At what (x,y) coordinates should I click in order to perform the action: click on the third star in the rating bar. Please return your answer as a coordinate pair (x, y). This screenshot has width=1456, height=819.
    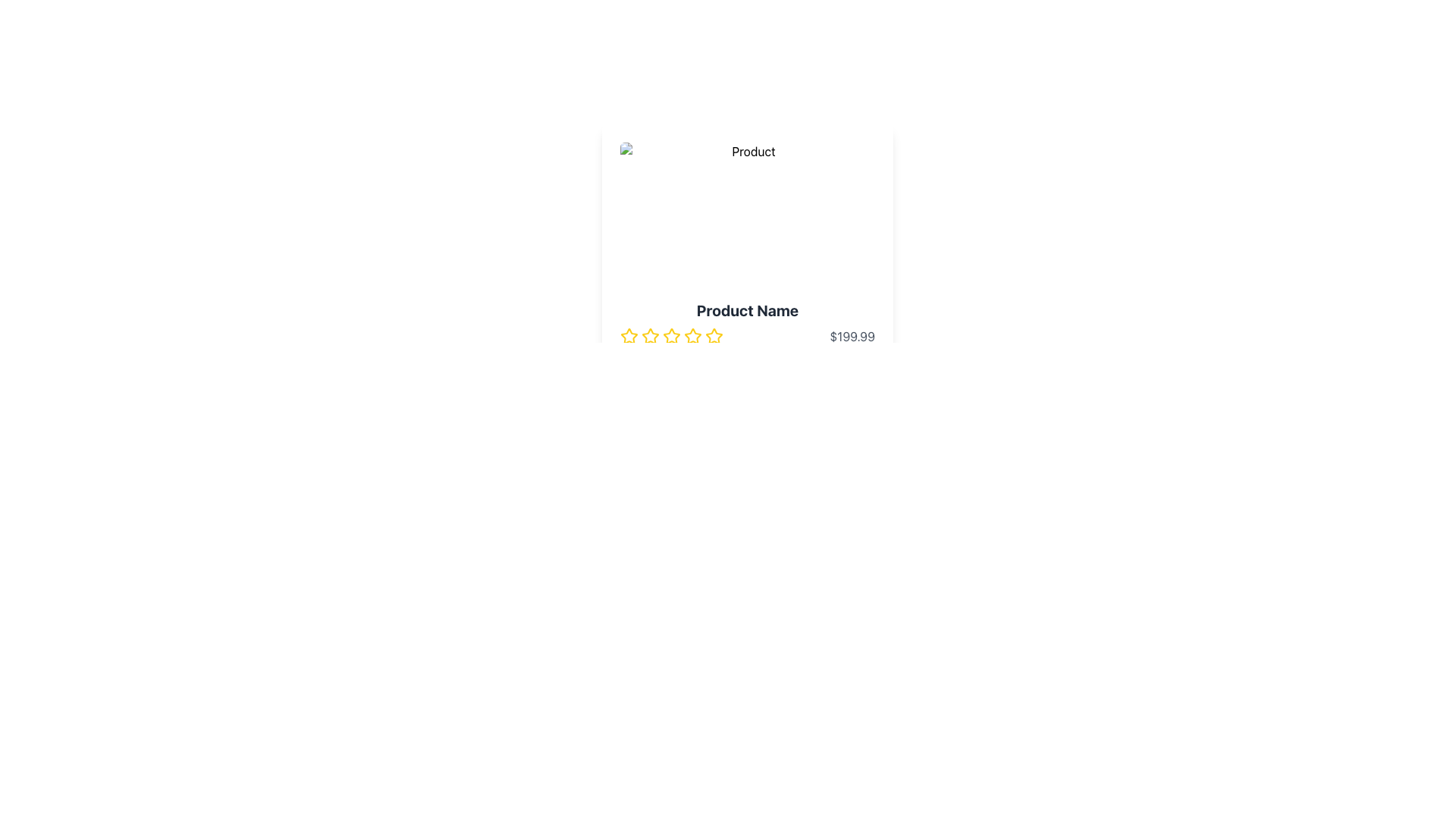
    Looking at the image, I should click on (671, 335).